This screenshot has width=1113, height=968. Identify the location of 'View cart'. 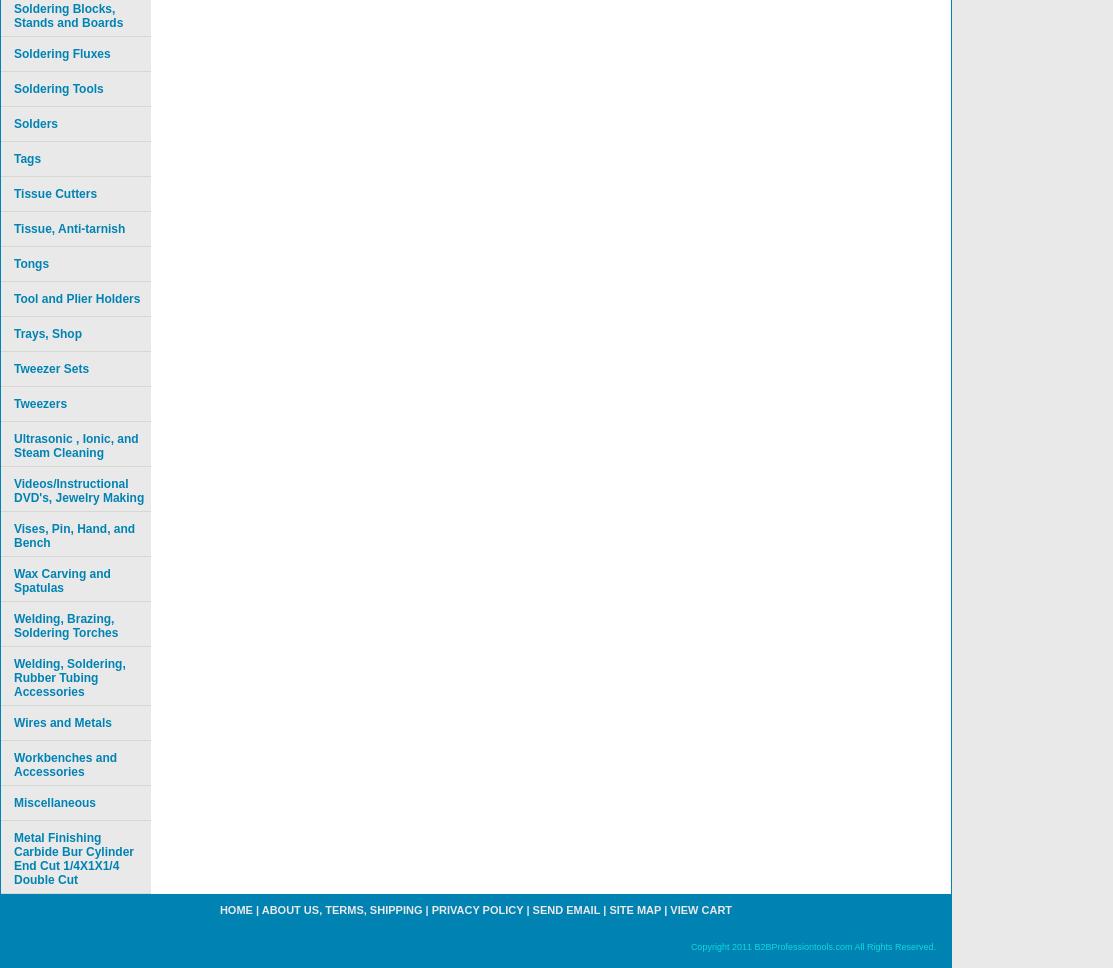
(700, 910).